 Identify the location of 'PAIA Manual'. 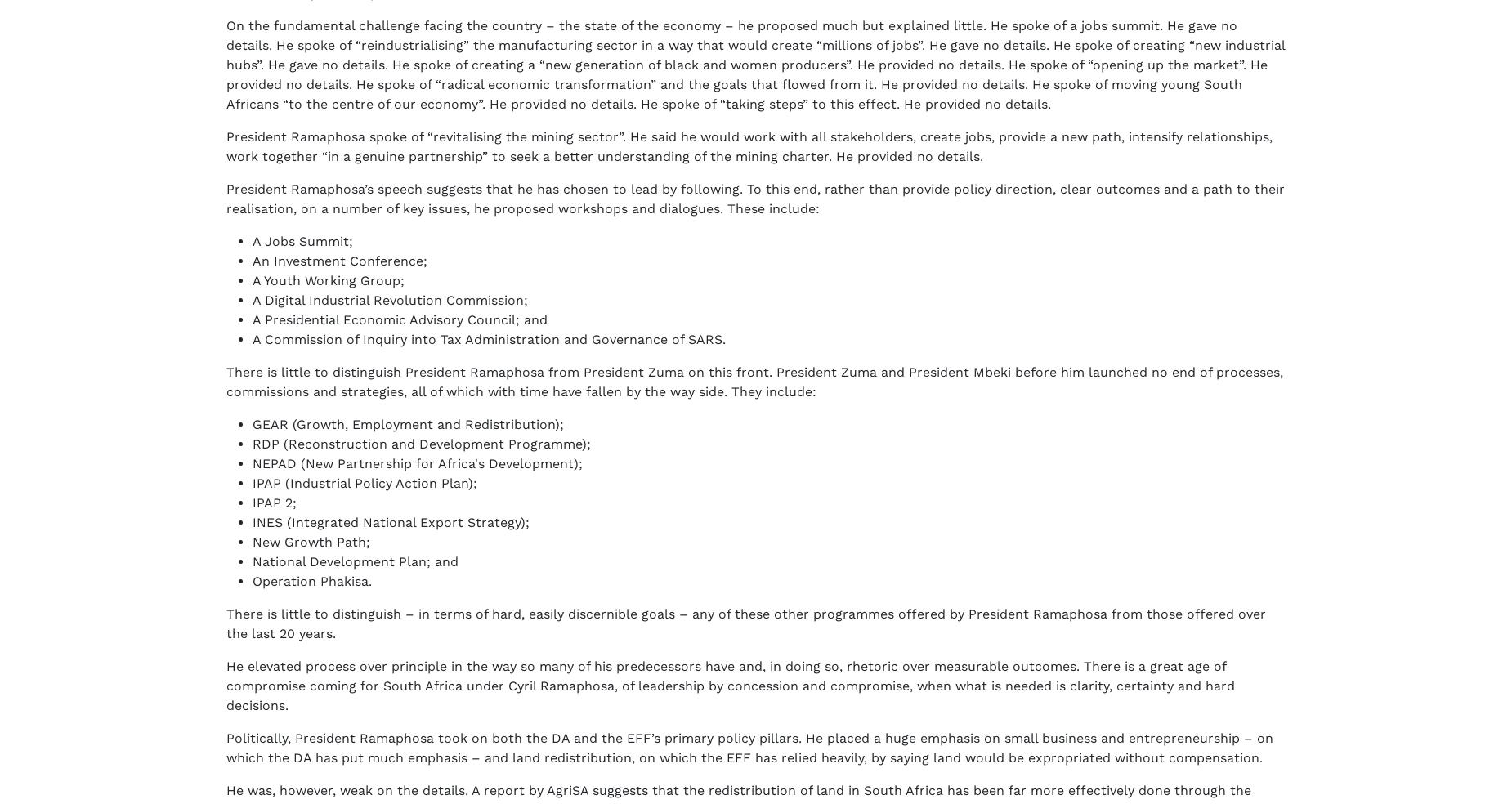
(443, 755).